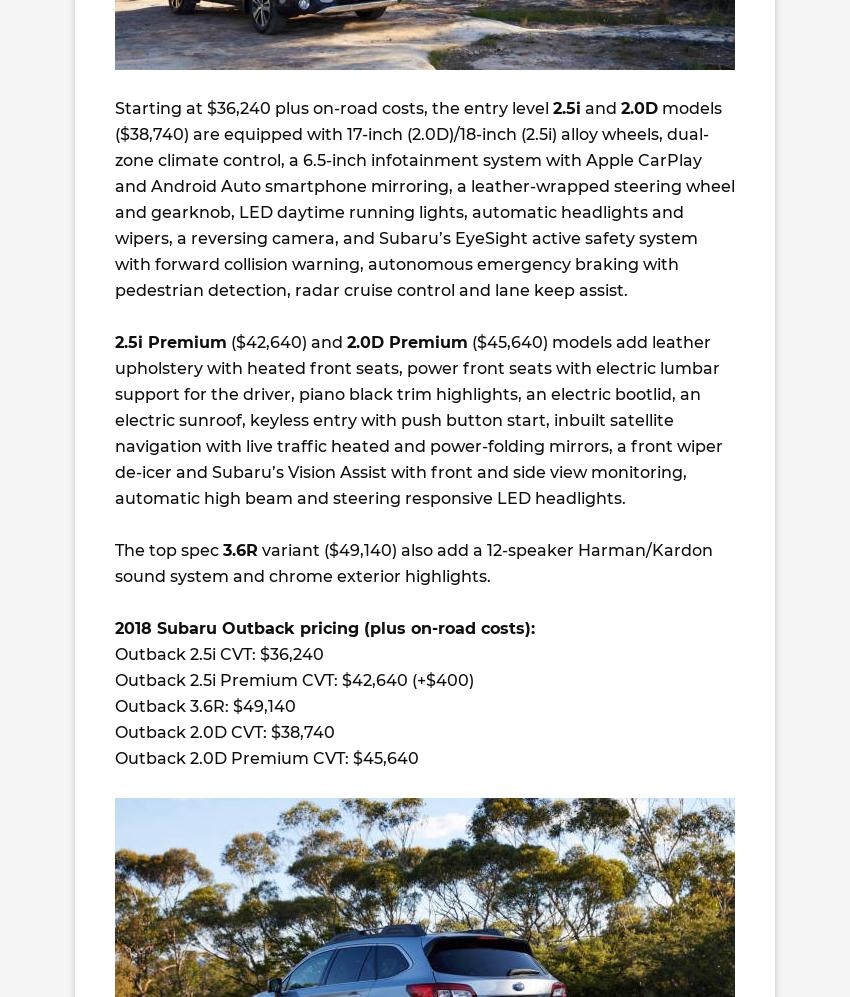 This screenshot has height=997, width=850. What do you see at coordinates (204, 705) in the screenshot?
I see `'Outback 3.6R: $49,140'` at bounding box center [204, 705].